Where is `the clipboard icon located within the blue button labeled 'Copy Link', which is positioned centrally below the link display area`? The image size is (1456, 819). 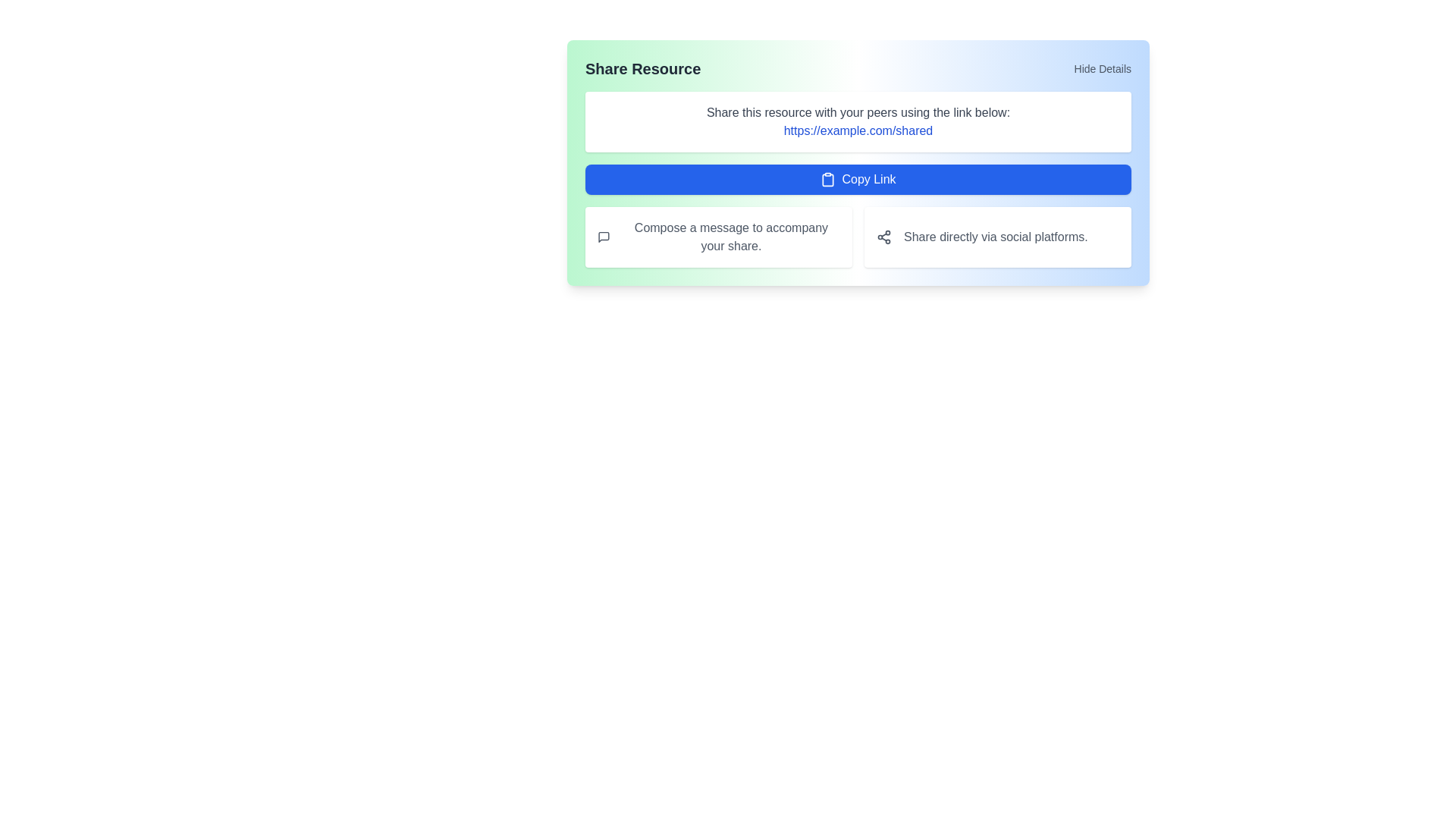 the clipboard icon located within the blue button labeled 'Copy Link', which is positioned centrally below the link display area is located at coordinates (827, 178).